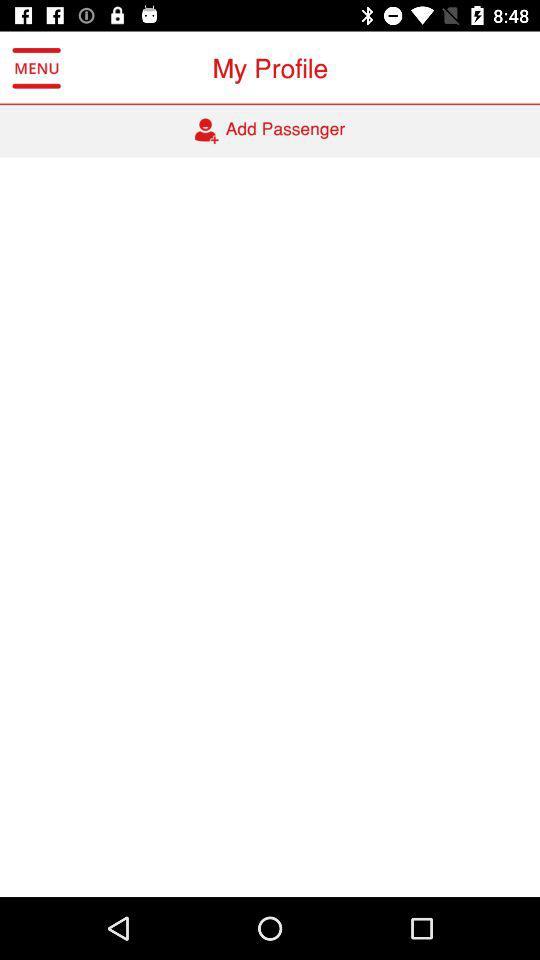 This screenshot has width=540, height=960. Describe the element at coordinates (36, 68) in the screenshot. I see `the item to the left of add passenger` at that location.